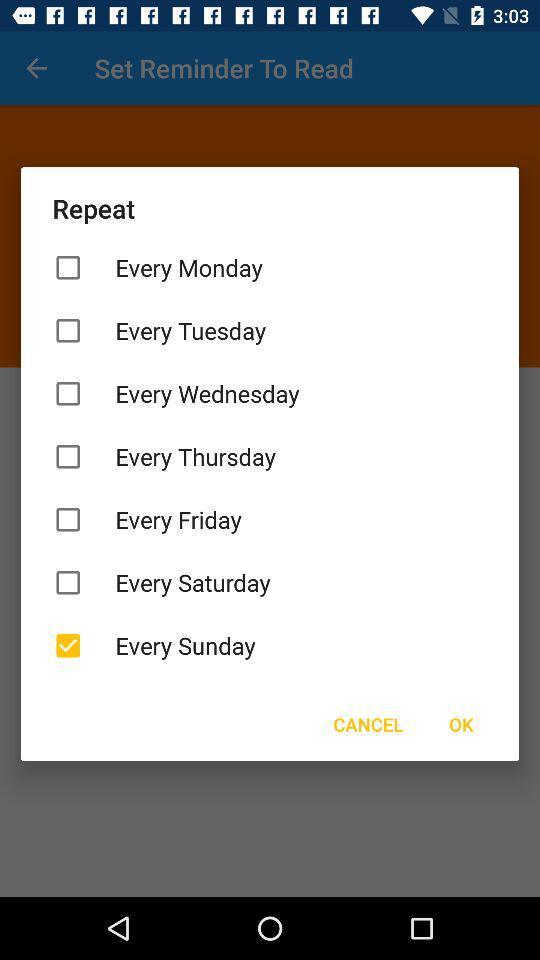 The width and height of the screenshot is (540, 960). What do you see at coordinates (367, 723) in the screenshot?
I see `cancel item` at bounding box center [367, 723].